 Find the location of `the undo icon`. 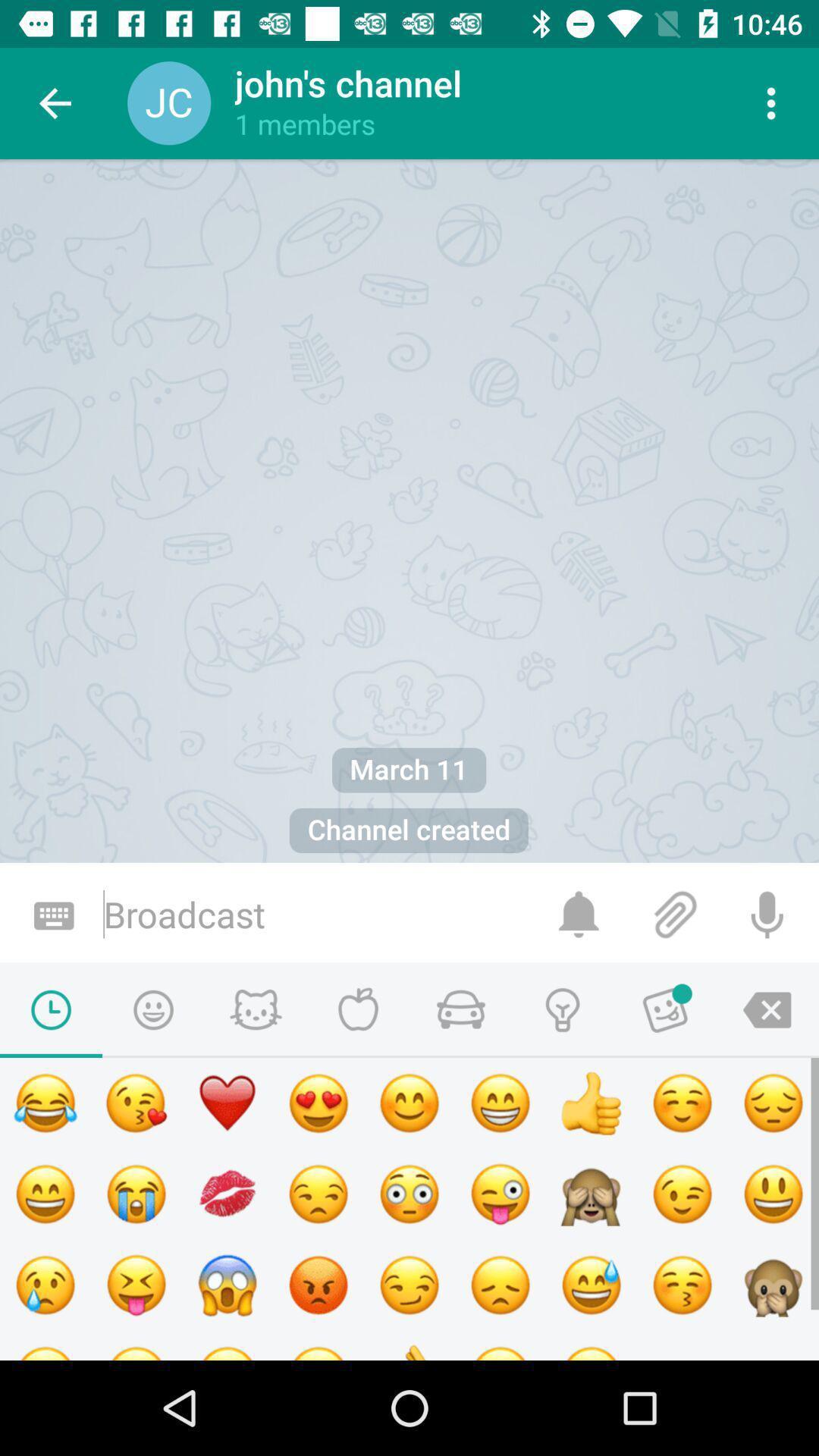

the undo icon is located at coordinates (792, 1086).